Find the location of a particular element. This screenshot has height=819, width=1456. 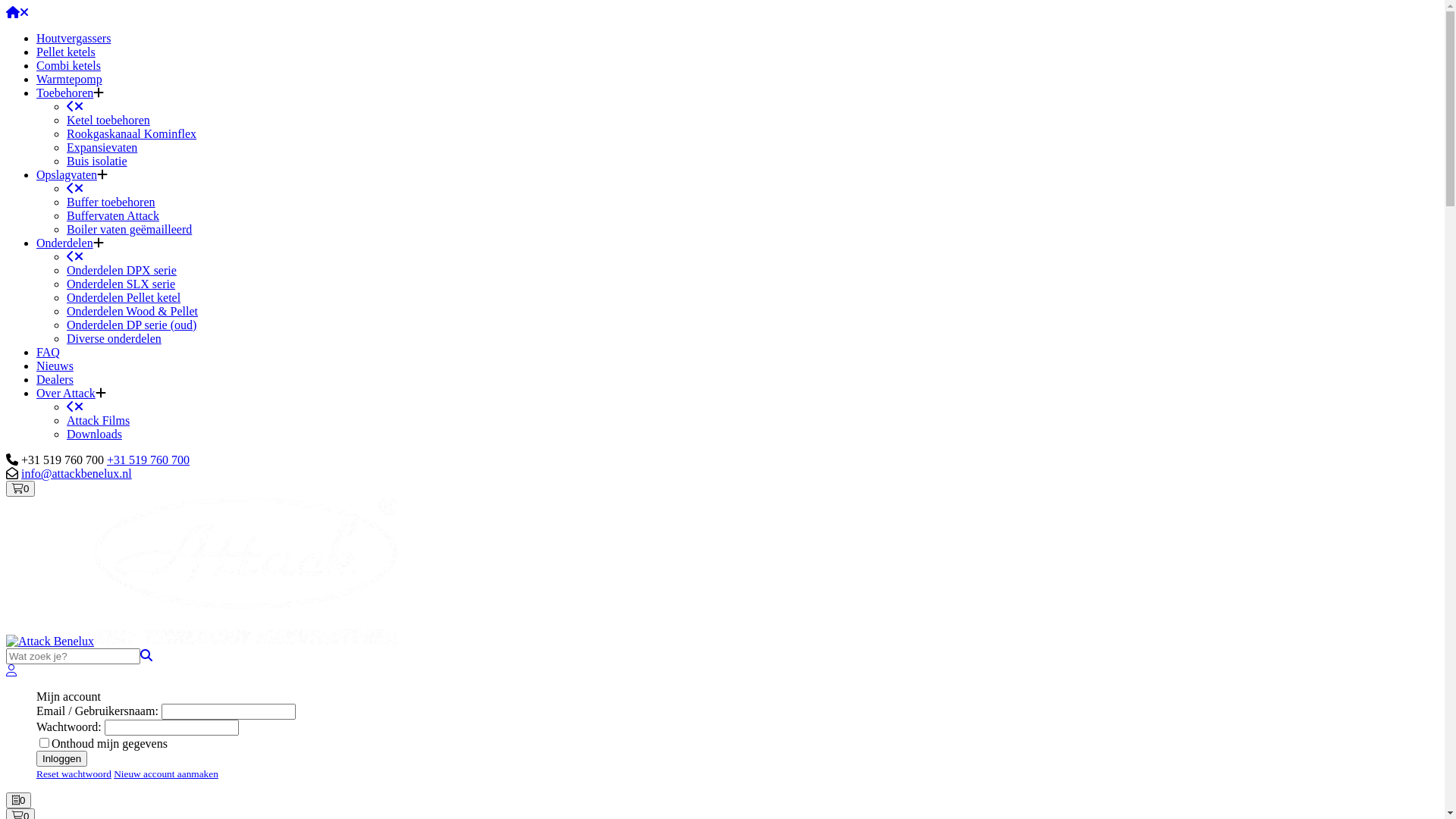

'Account' is located at coordinates (11, 670).